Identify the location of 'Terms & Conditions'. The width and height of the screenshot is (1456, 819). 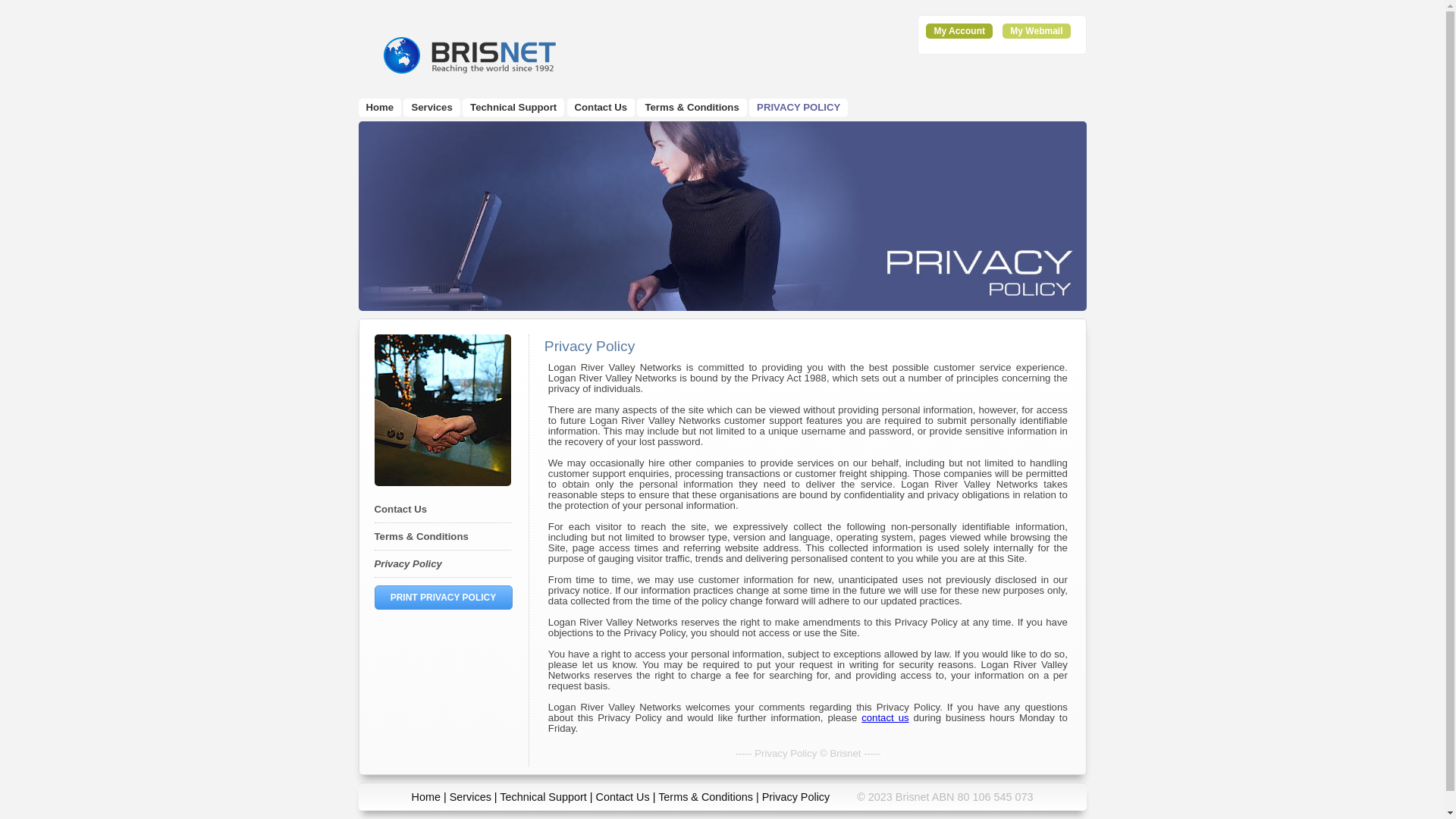
(422, 535).